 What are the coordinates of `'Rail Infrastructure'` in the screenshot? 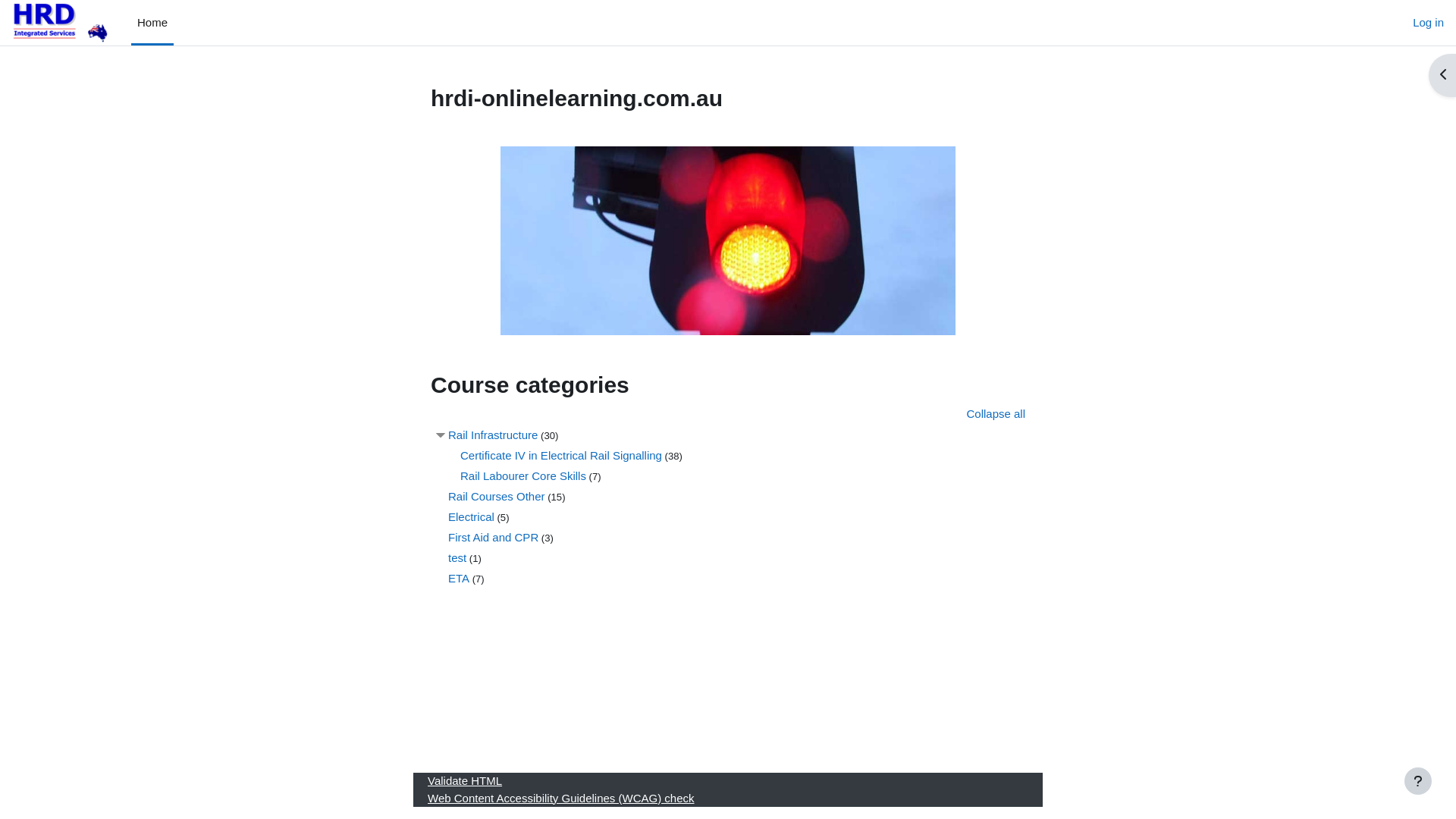 It's located at (447, 434).